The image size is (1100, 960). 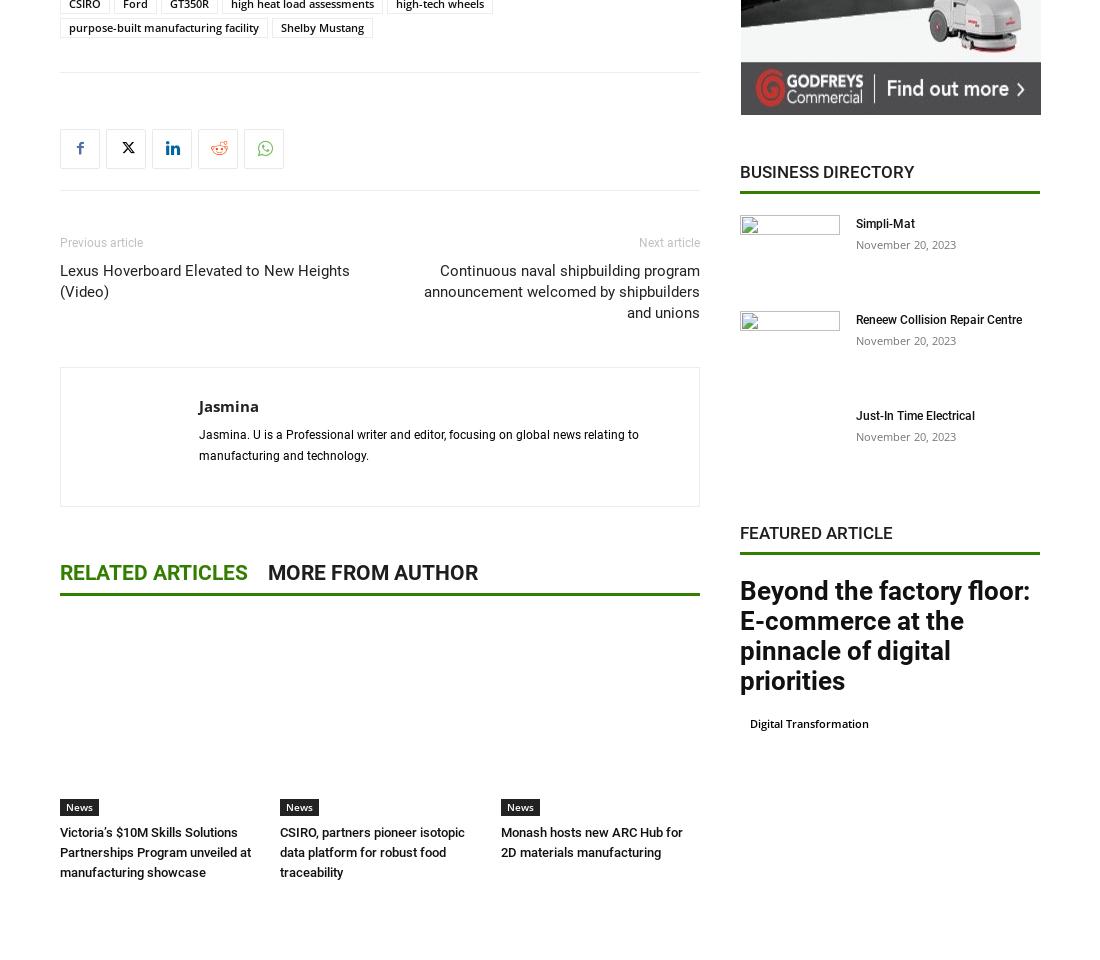 What do you see at coordinates (669, 241) in the screenshot?
I see `'Next article'` at bounding box center [669, 241].